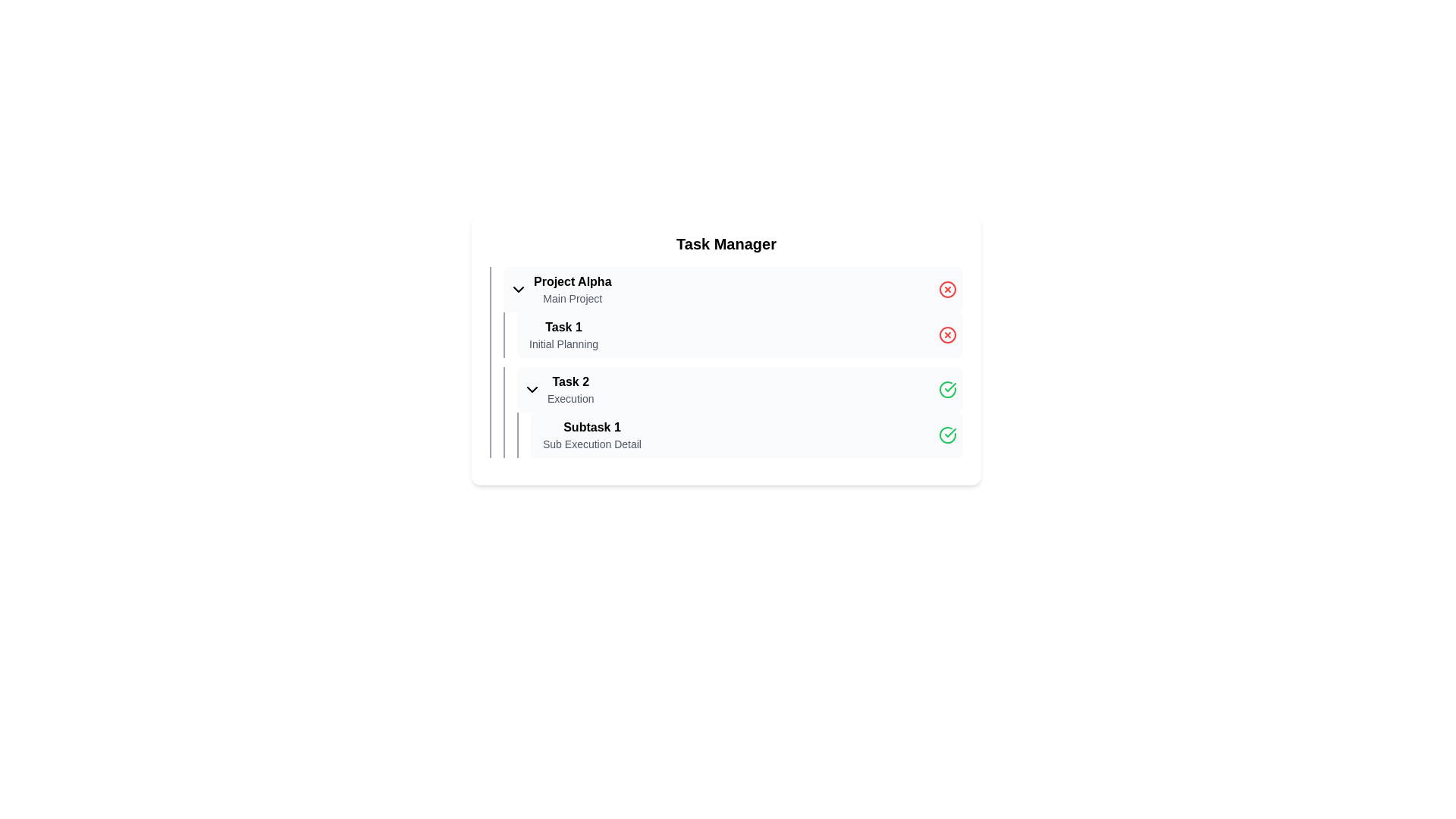  Describe the element at coordinates (739, 388) in the screenshot. I see `the status indicated by the green check-circle icon on the right side of the 'Task 2' collapsible section header` at that location.